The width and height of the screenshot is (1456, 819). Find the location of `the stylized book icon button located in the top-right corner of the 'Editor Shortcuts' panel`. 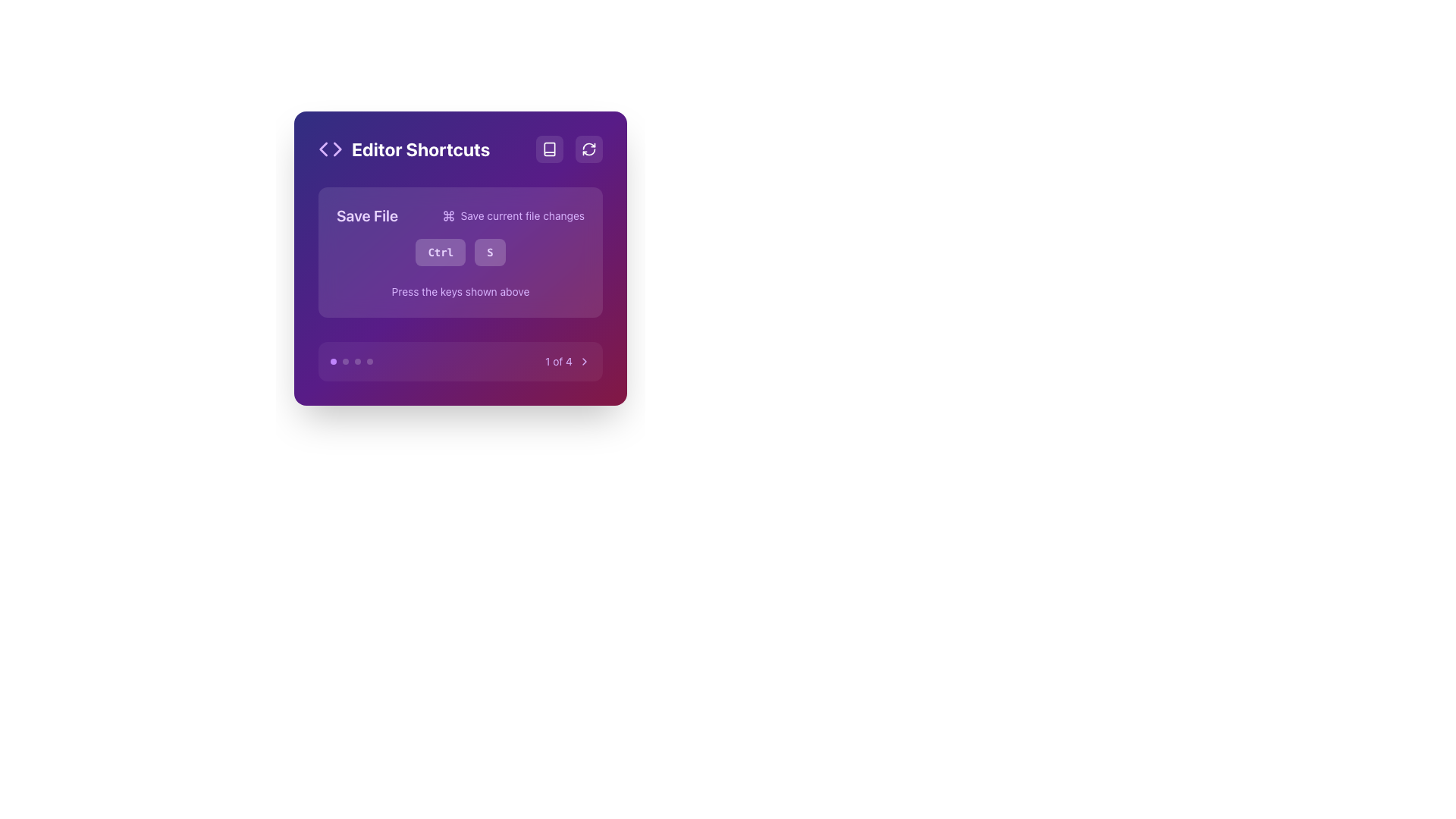

the stylized book icon button located in the top-right corner of the 'Editor Shortcuts' panel is located at coordinates (548, 149).